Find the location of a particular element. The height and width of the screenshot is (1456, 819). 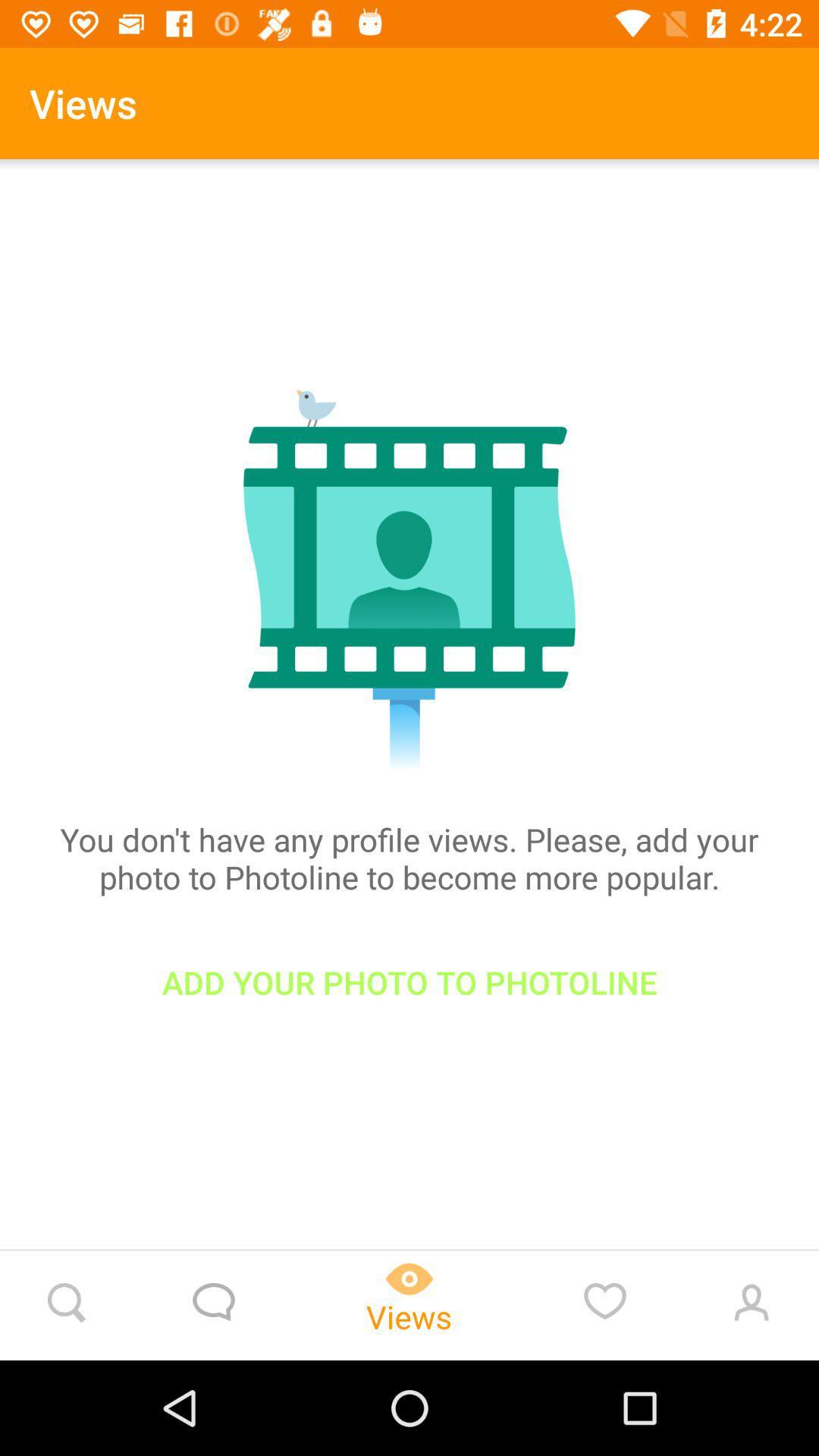

the avatar icon is located at coordinates (748, 1305).